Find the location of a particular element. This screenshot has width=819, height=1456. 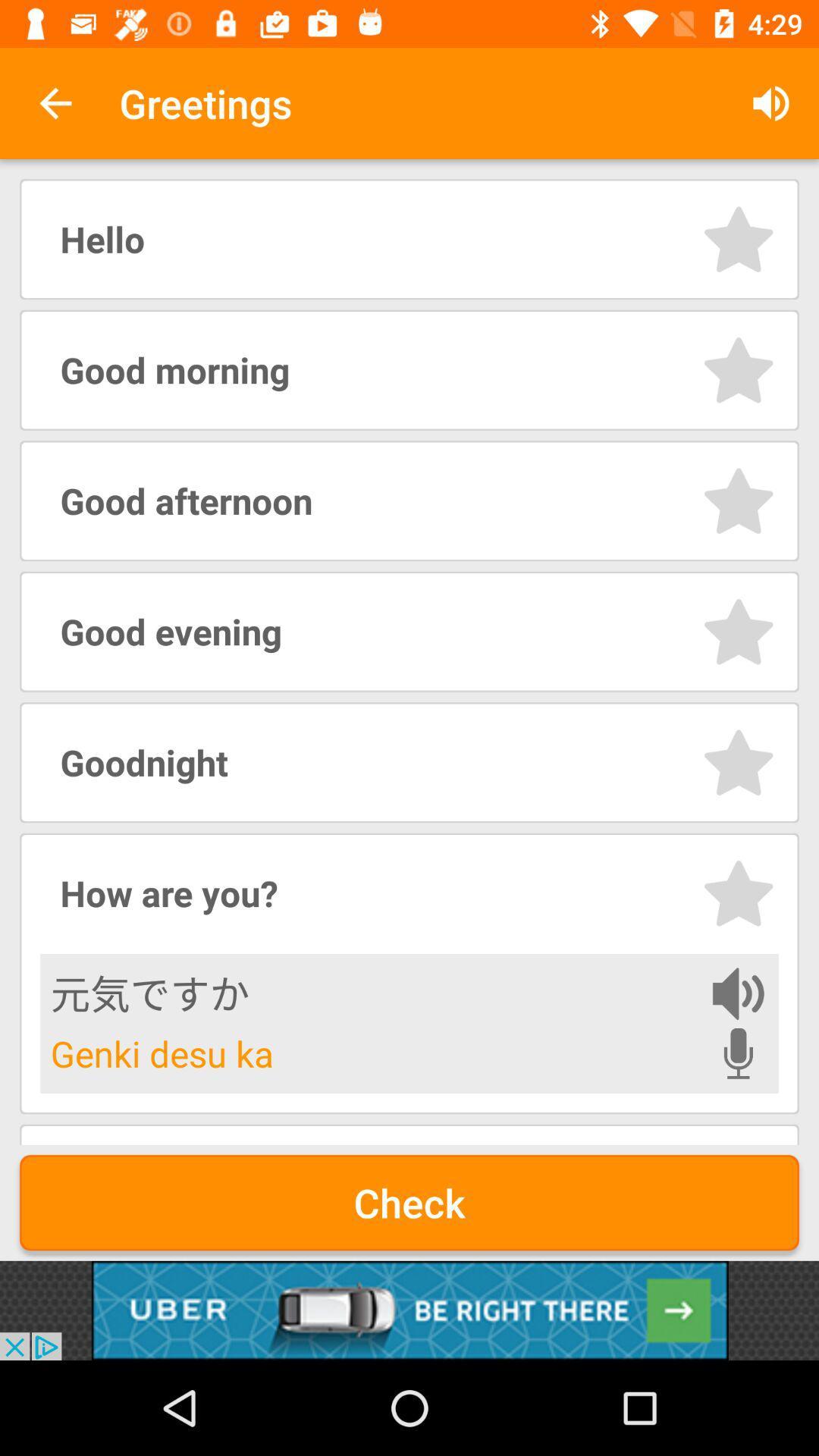

listen to phrase is located at coordinates (737, 993).